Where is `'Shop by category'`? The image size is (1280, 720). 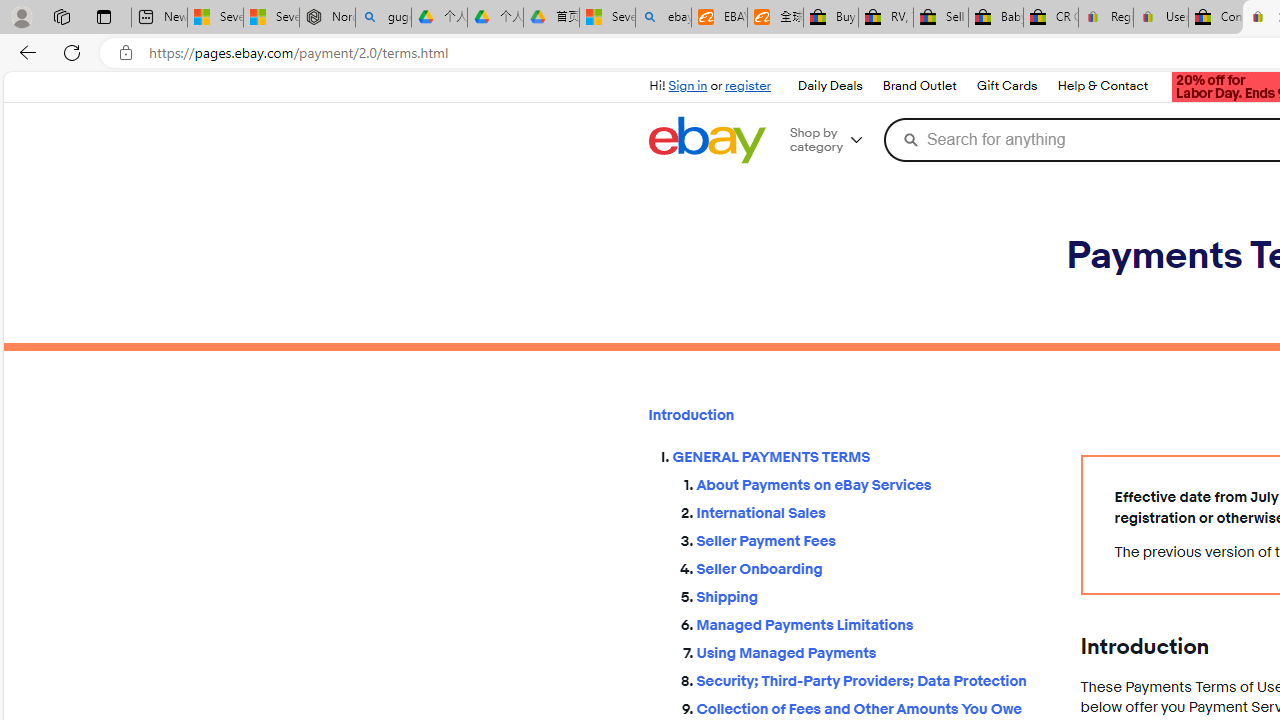
'Shop by category' is located at coordinates (833, 139).